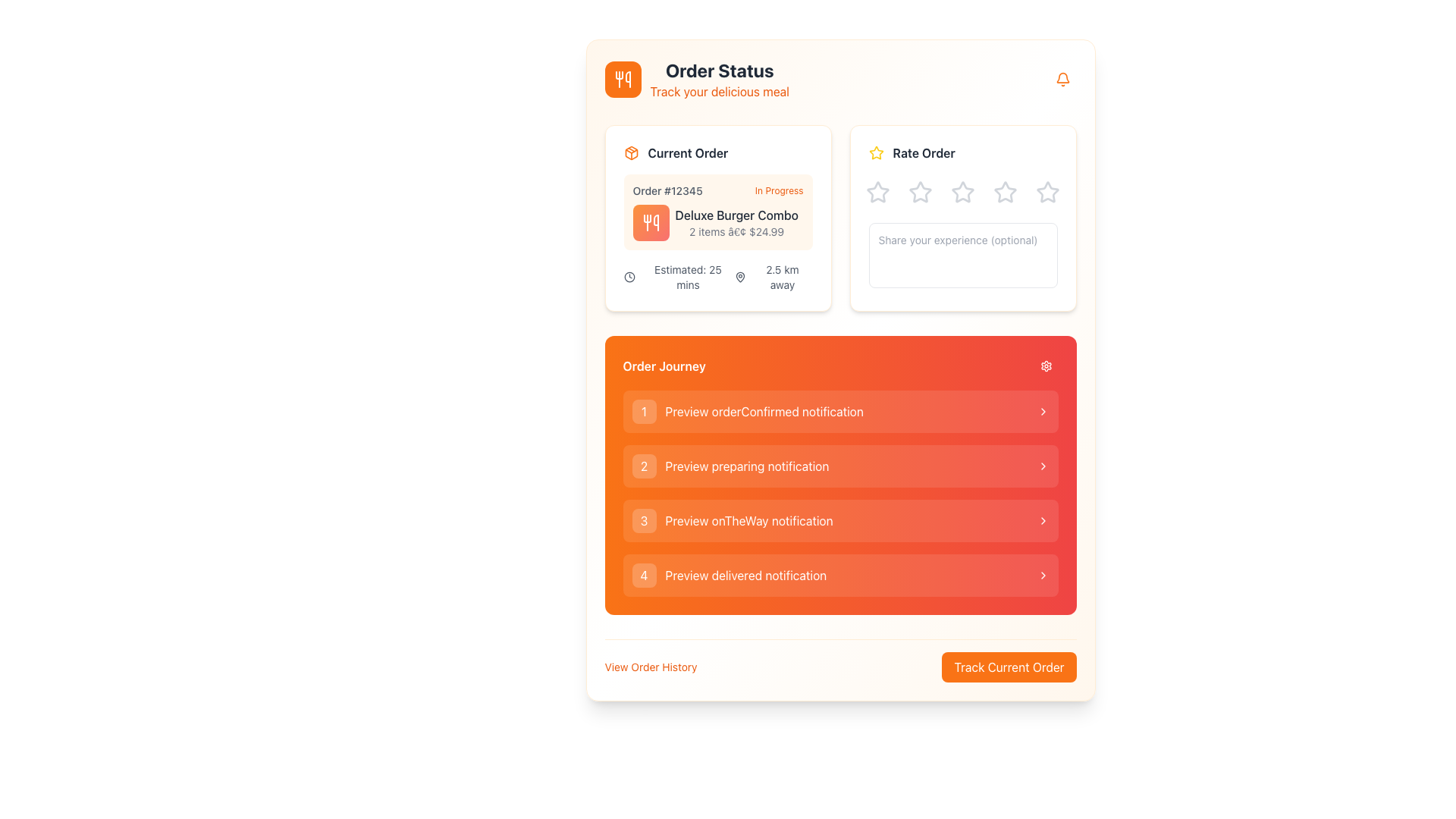 The image size is (1456, 819). I want to click on the fork and knife icon with a white design on a gradient orange-red background, located in the upper-left corner of the interface, so click(651, 222).